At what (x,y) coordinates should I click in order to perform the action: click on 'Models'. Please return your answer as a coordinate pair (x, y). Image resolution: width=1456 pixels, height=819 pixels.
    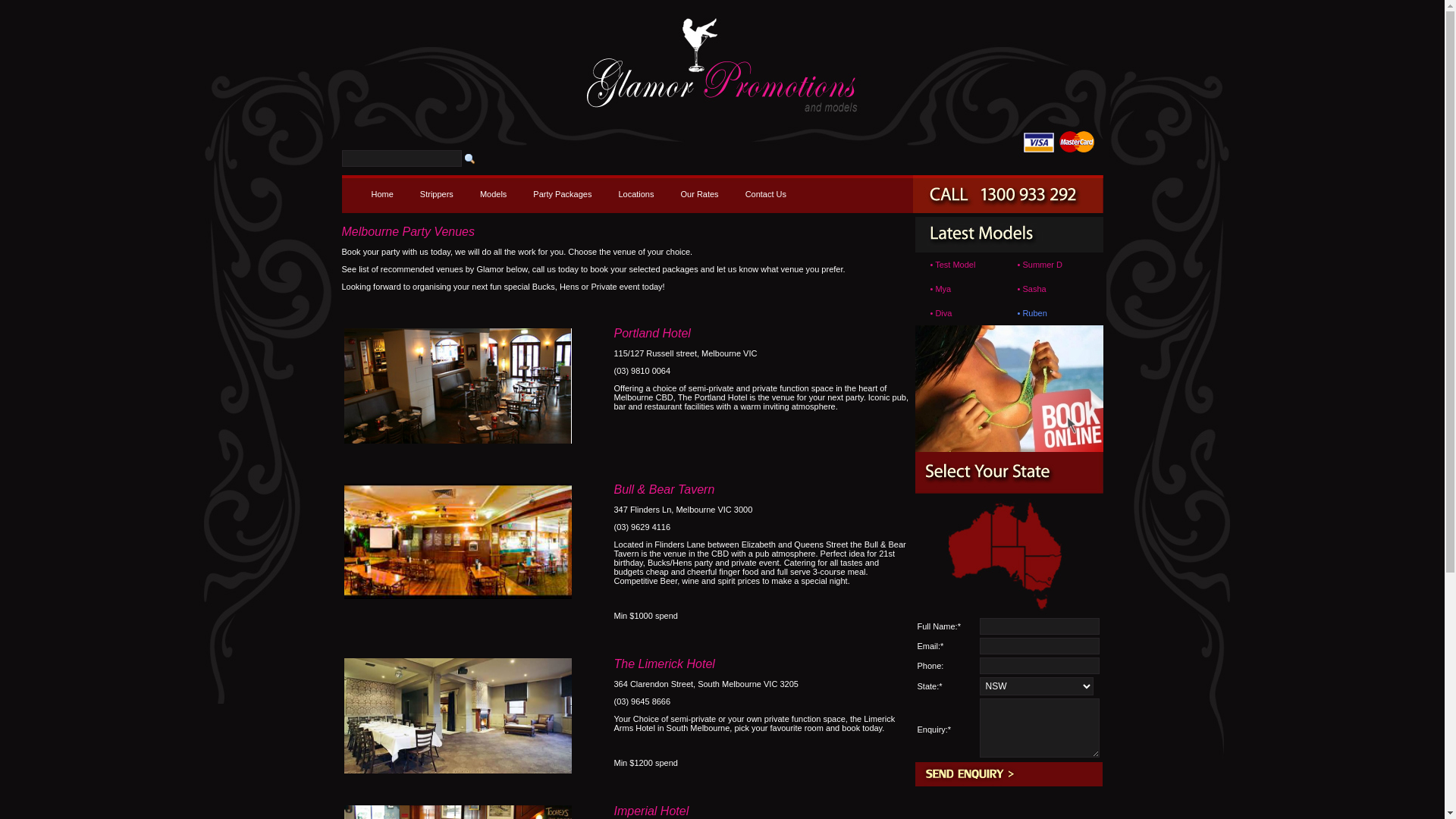
    Looking at the image, I should click on (493, 193).